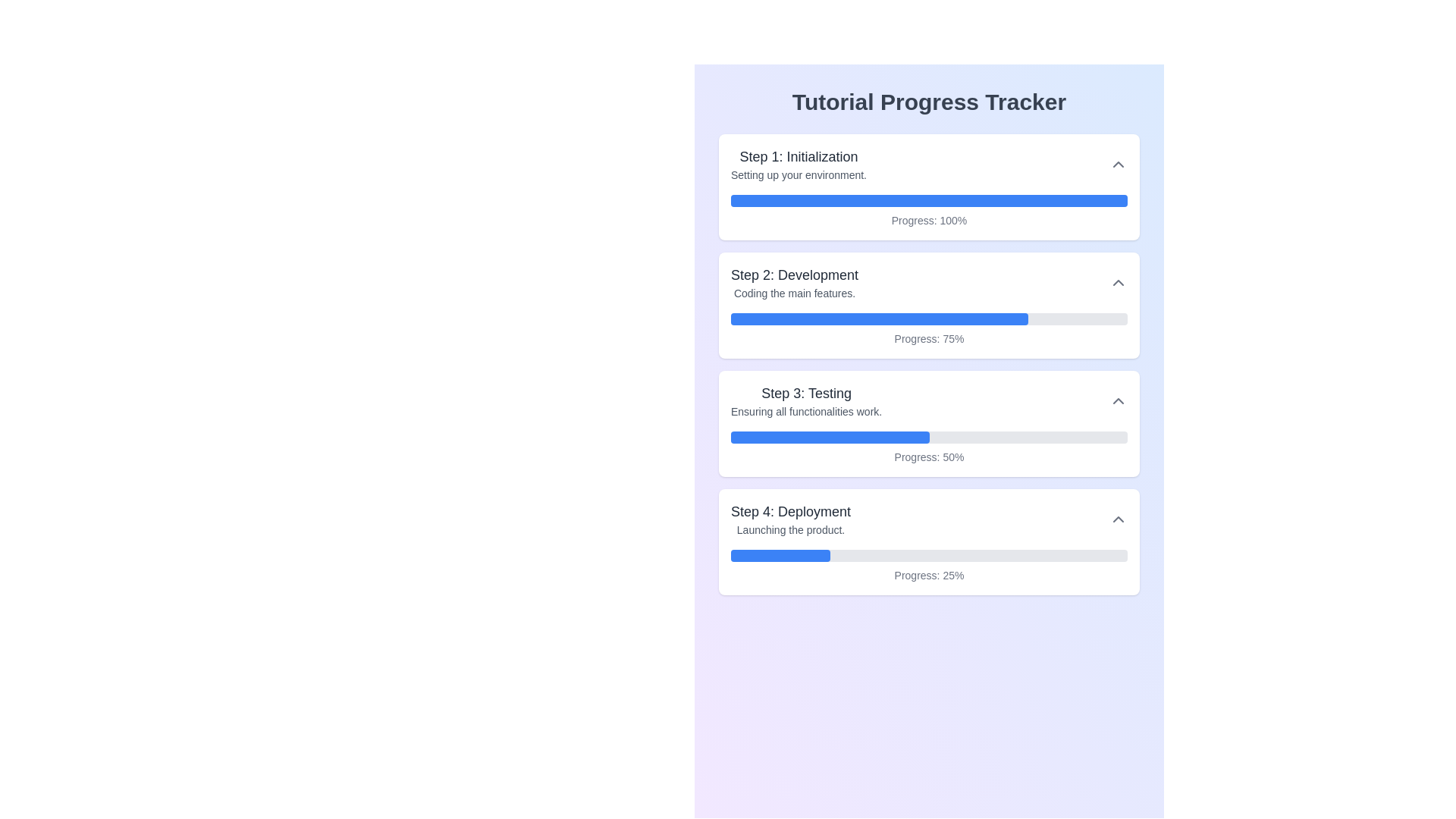 The width and height of the screenshot is (1456, 819). Describe the element at coordinates (928, 555) in the screenshot. I see `the progress indicator of the horizontal progress bar located in the 'Step 4: Deployment' section, which is the last progress bar in the layout, showing 25% completion` at that location.